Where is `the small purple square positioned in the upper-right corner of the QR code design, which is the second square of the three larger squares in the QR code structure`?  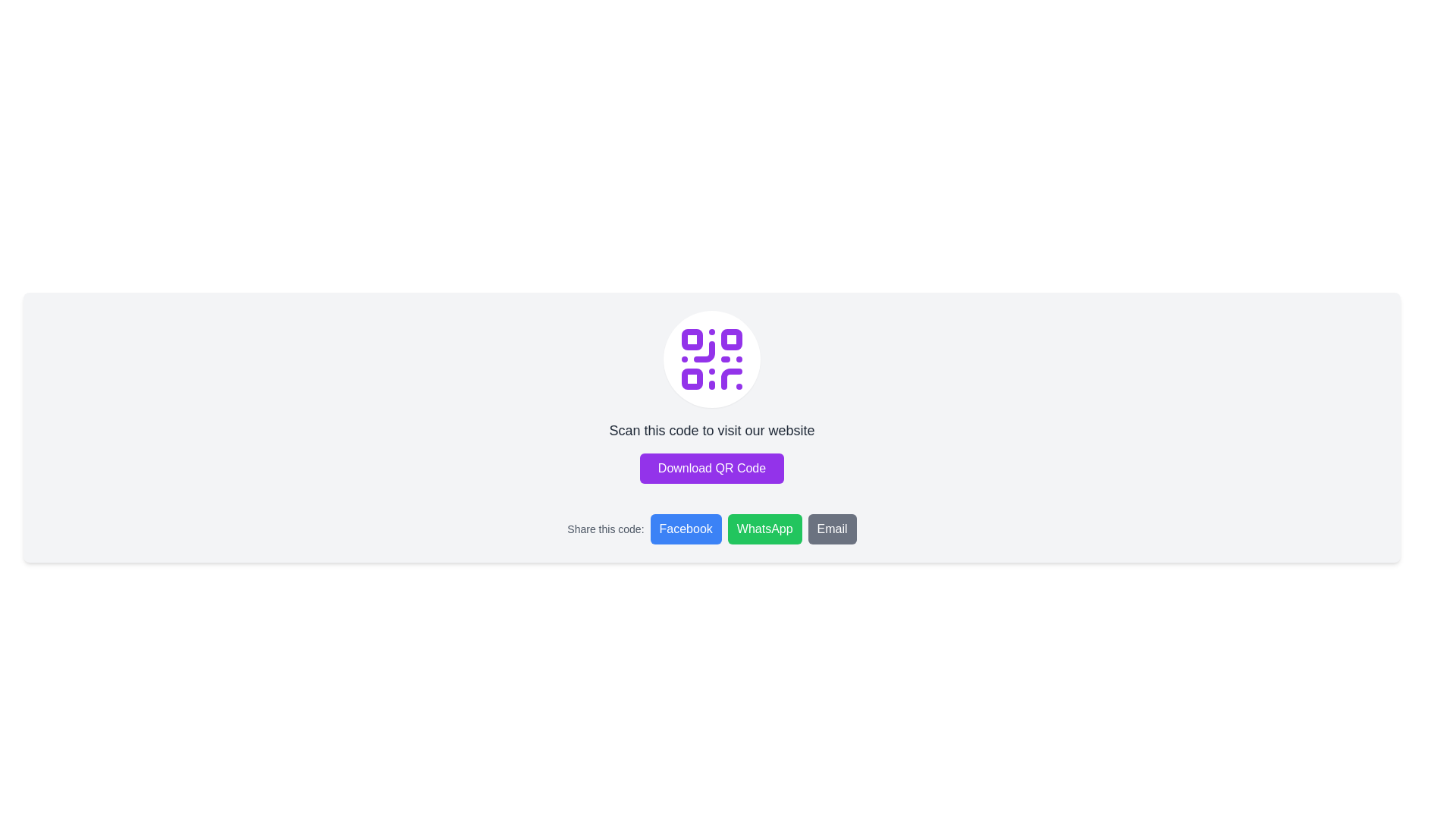
the small purple square positioned in the upper-right corner of the QR code design, which is the second square of the three larger squares in the QR code structure is located at coordinates (731, 338).